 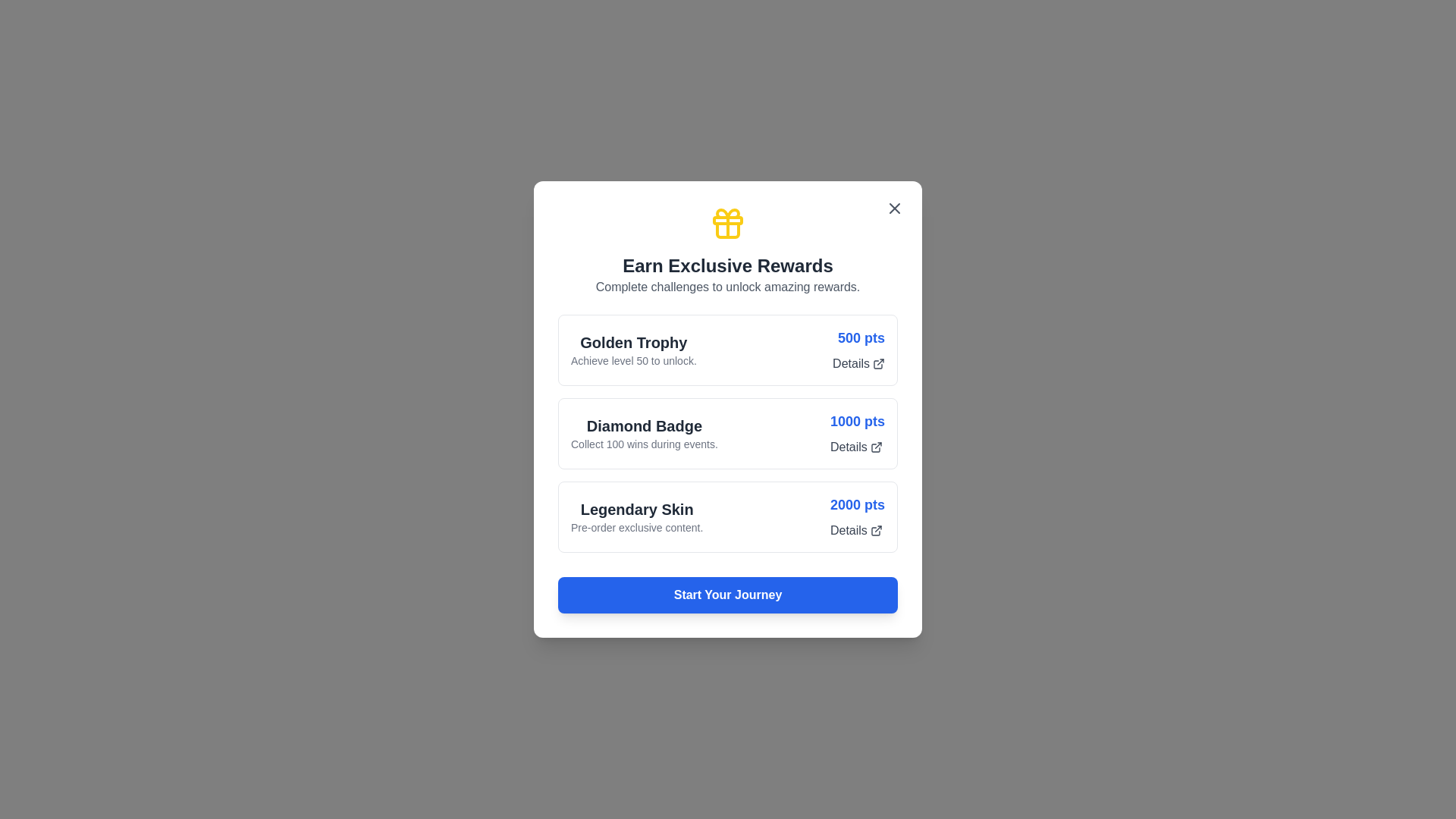 I want to click on descriptive text beneath the bold title 'Golden Trophy', which states 'Achieve level 50 to unlock.', so click(x=633, y=360).